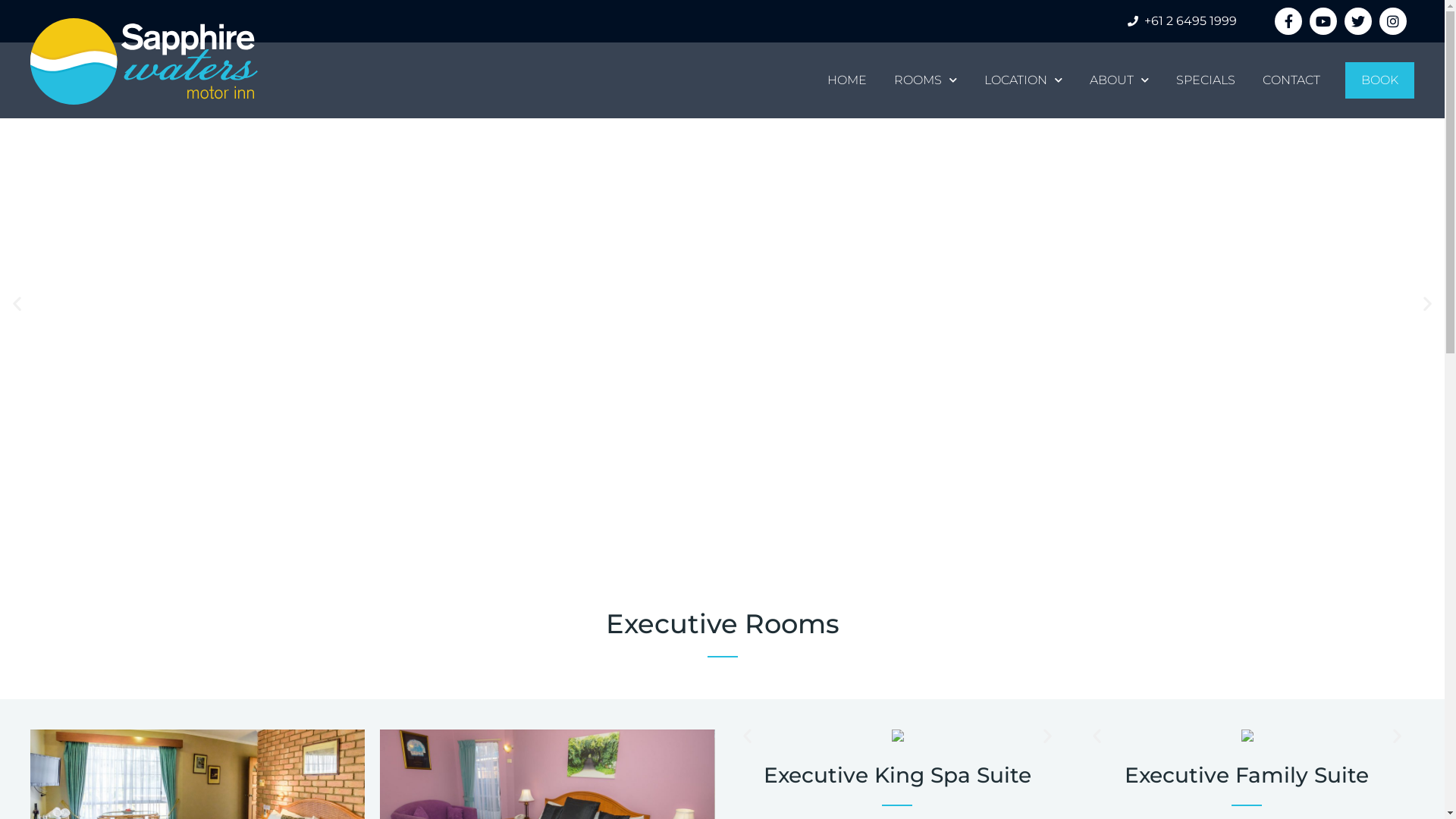  What do you see at coordinates (1248, 80) in the screenshot?
I see `'CONTACT'` at bounding box center [1248, 80].